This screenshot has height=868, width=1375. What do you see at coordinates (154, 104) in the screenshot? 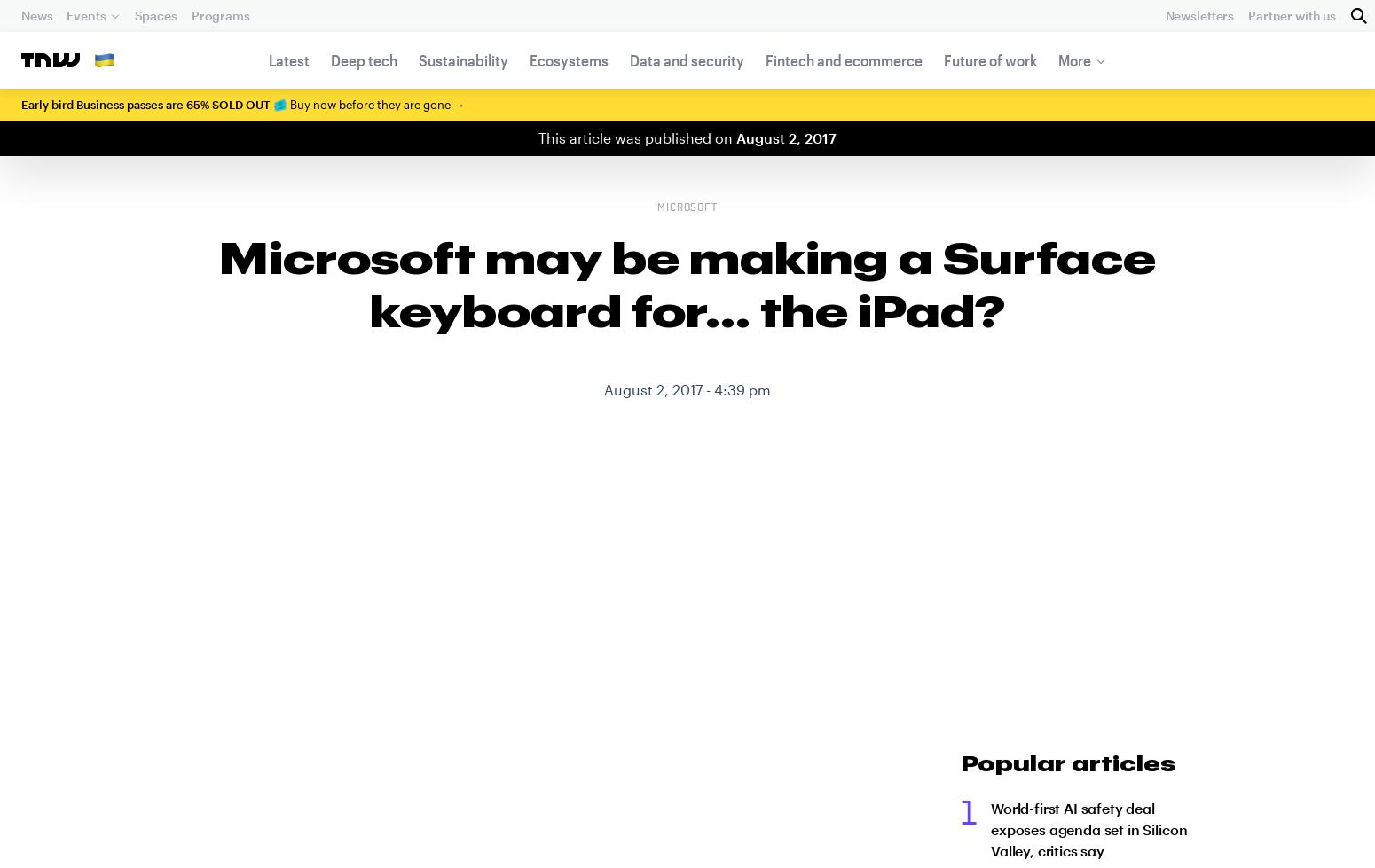
I see `'Early bird Business passes are 65% SOLD OUT 🎟️'` at bounding box center [154, 104].